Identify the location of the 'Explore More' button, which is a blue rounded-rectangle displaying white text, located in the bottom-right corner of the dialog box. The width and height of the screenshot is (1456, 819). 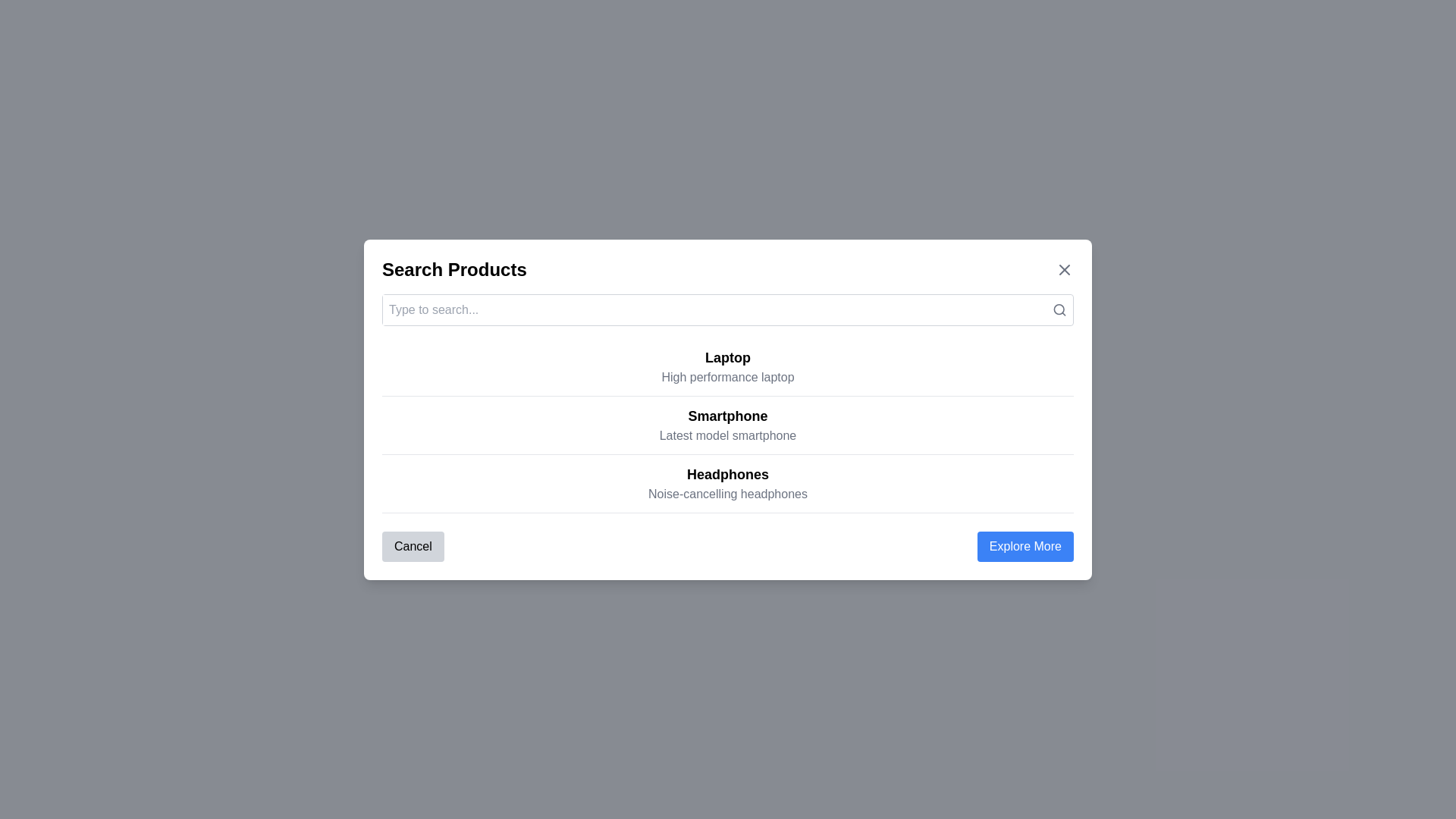
(1025, 546).